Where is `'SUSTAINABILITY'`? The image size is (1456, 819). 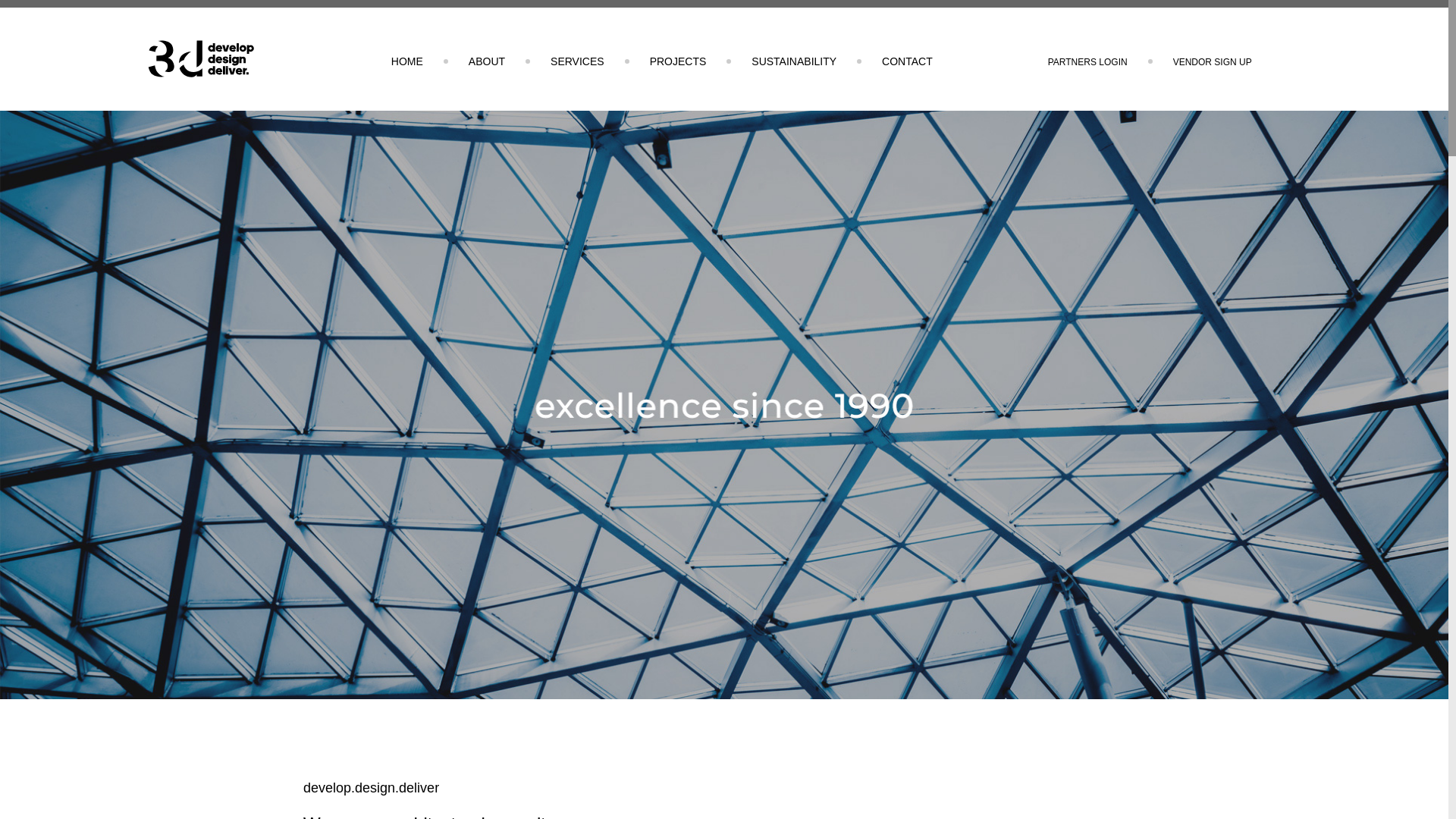
'SUSTAINABILITY' is located at coordinates (792, 61).